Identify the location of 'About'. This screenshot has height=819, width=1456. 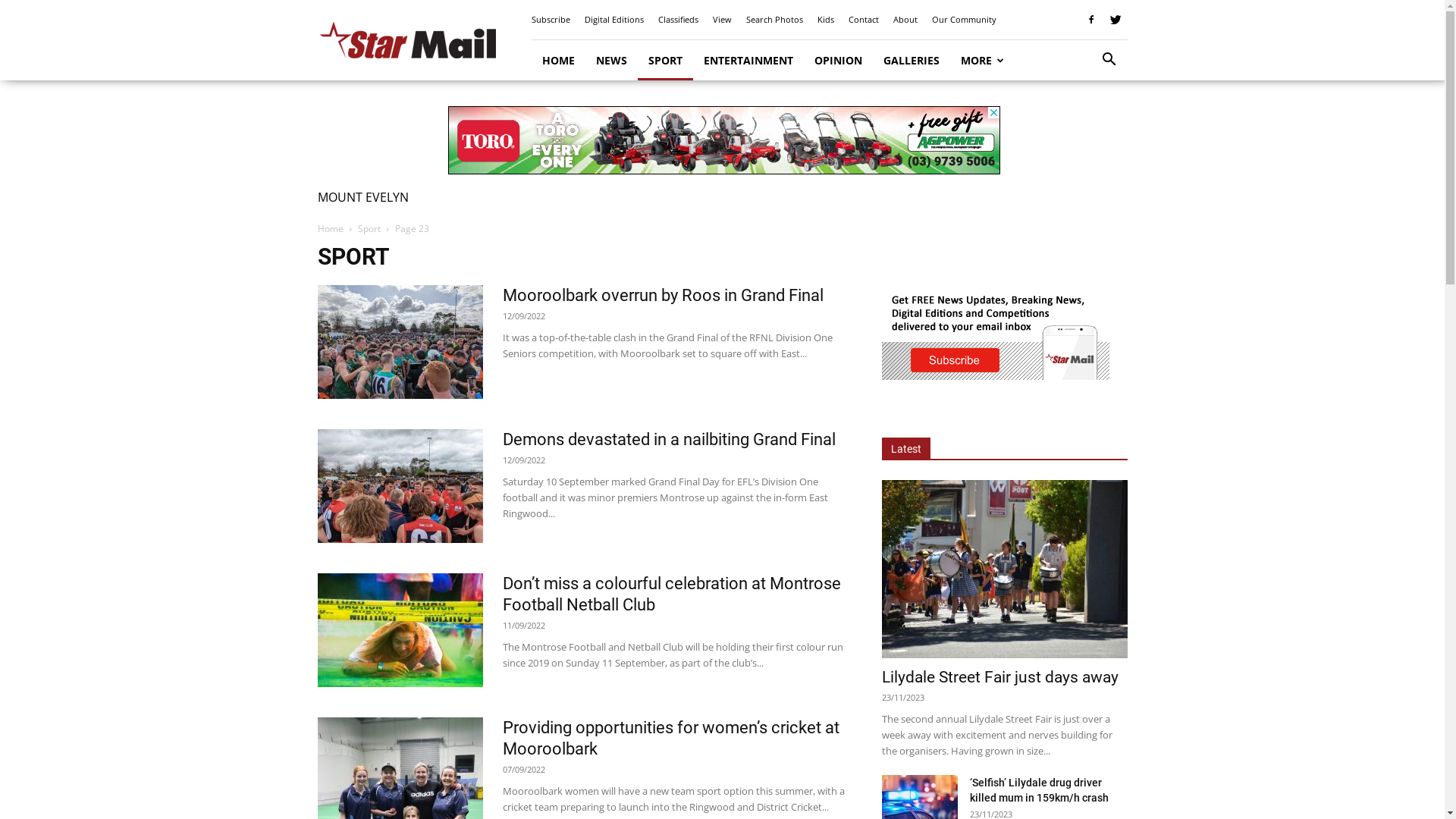
(893, 19).